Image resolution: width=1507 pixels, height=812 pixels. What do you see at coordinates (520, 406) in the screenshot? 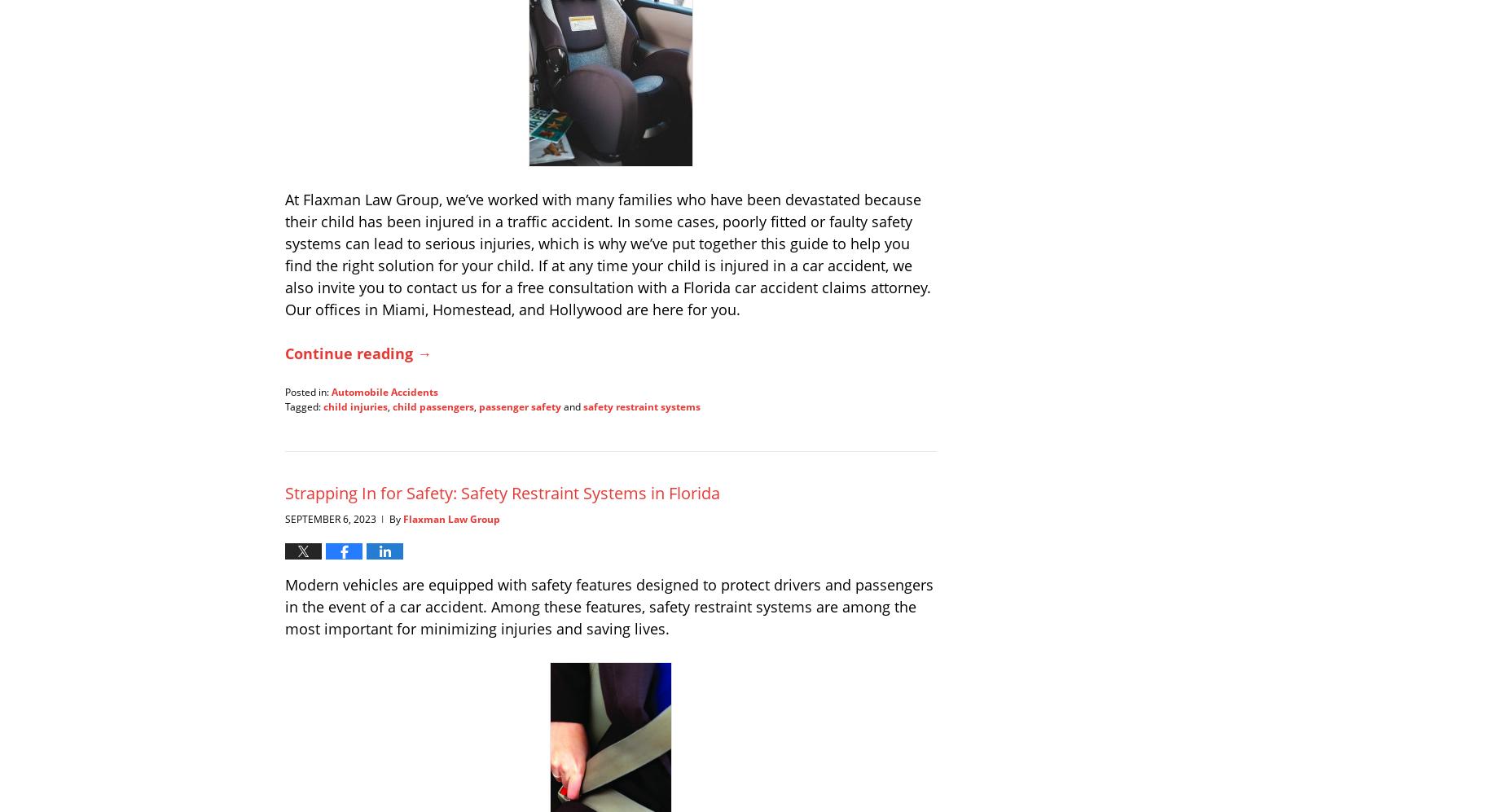
I see `'passenger safety'` at bounding box center [520, 406].